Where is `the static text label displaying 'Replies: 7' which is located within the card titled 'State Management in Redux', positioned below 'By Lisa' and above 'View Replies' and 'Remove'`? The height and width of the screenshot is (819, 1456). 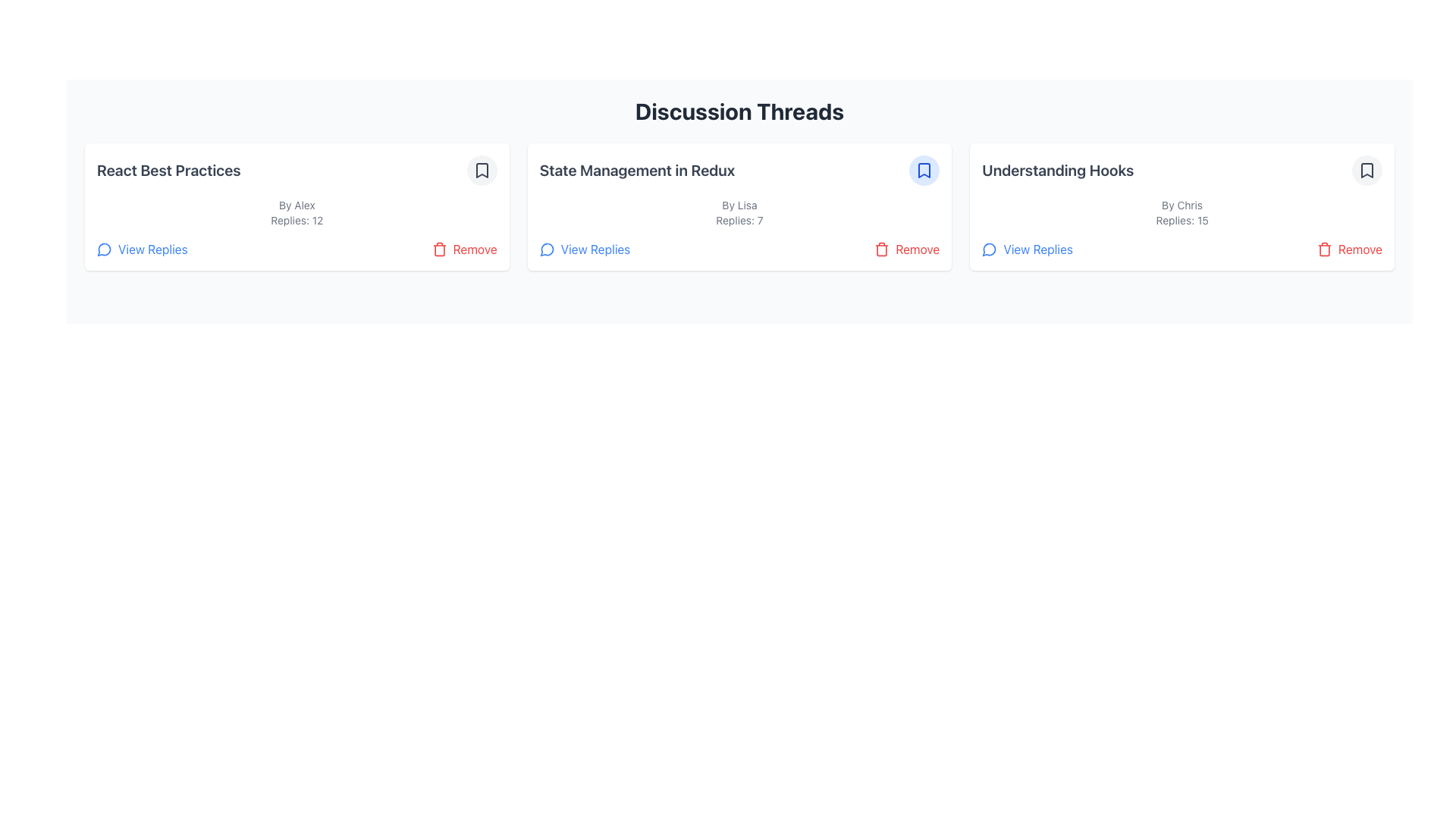 the static text label displaying 'Replies: 7' which is located within the card titled 'State Management in Redux', positioned below 'By Lisa' and above 'View Replies' and 'Remove' is located at coordinates (739, 220).